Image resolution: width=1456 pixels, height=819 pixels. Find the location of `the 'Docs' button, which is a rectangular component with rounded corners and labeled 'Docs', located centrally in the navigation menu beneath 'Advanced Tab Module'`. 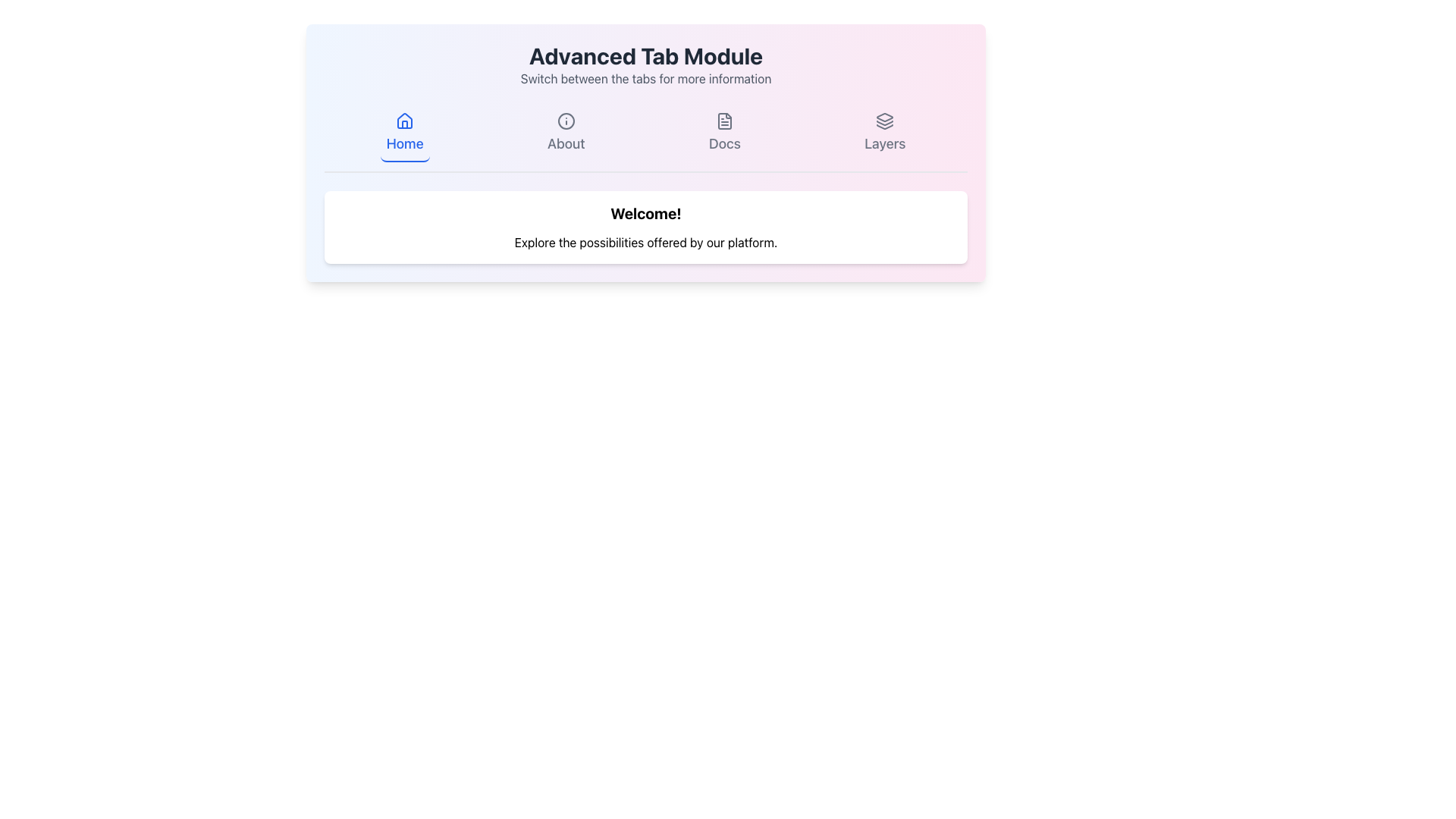

the 'Docs' button, which is a rectangular component with rounded corners and labeled 'Docs', located centrally in the navigation menu beneath 'Advanced Tab Module' is located at coordinates (723, 133).